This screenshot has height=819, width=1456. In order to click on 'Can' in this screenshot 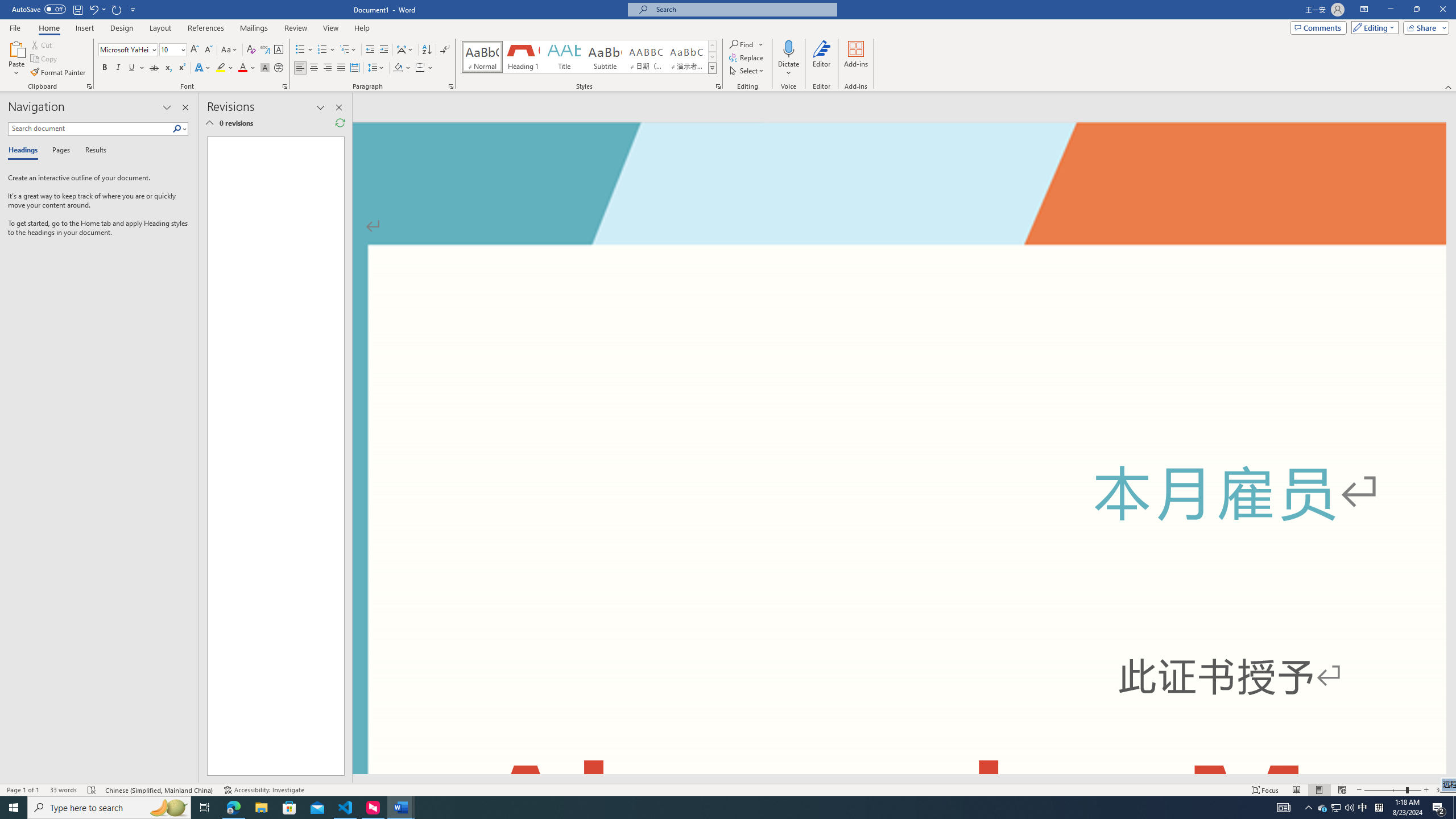, I will do `click(117, 9)`.